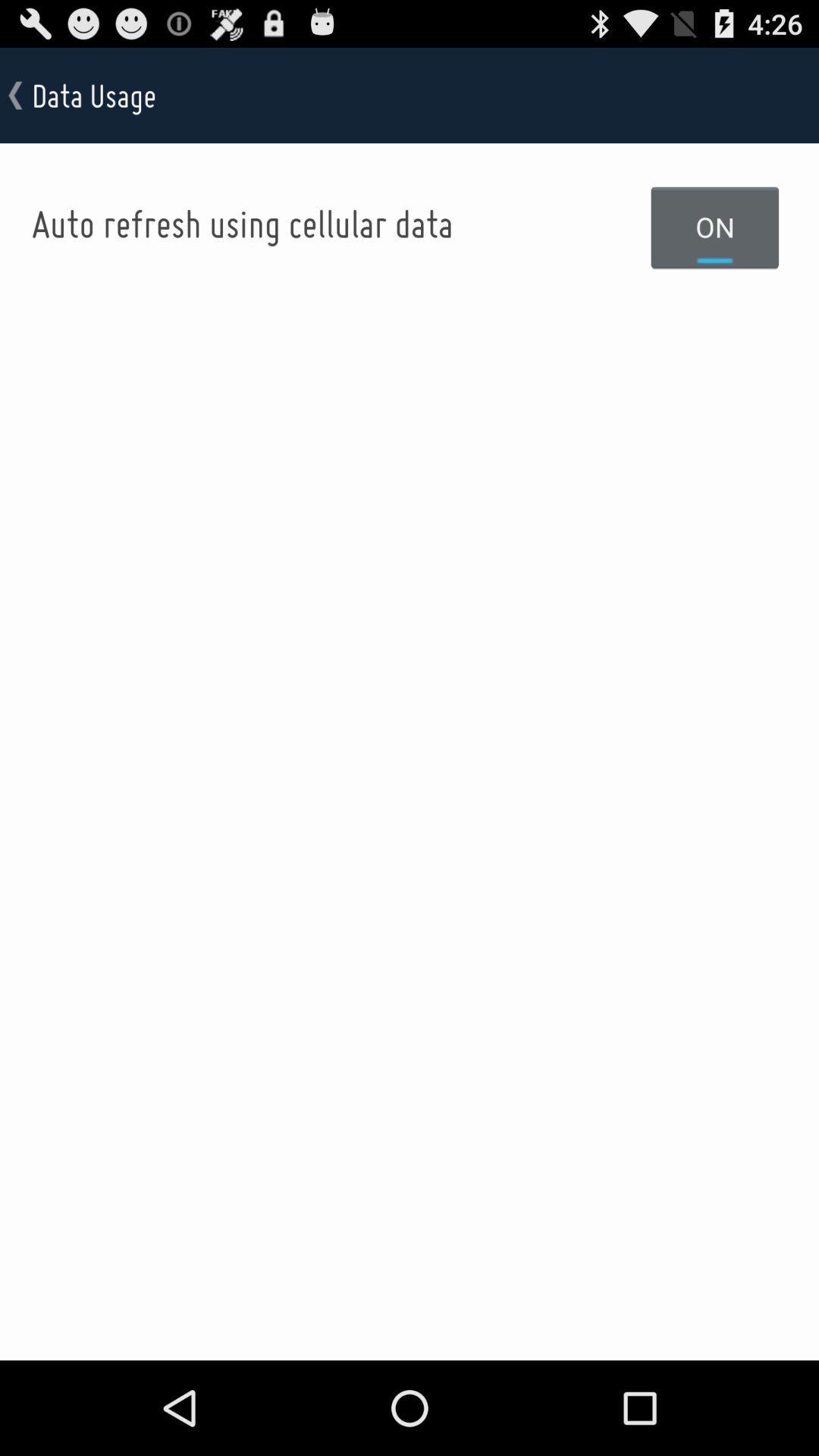 The image size is (819, 1456). I want to click on the on item, so click(715, 226).